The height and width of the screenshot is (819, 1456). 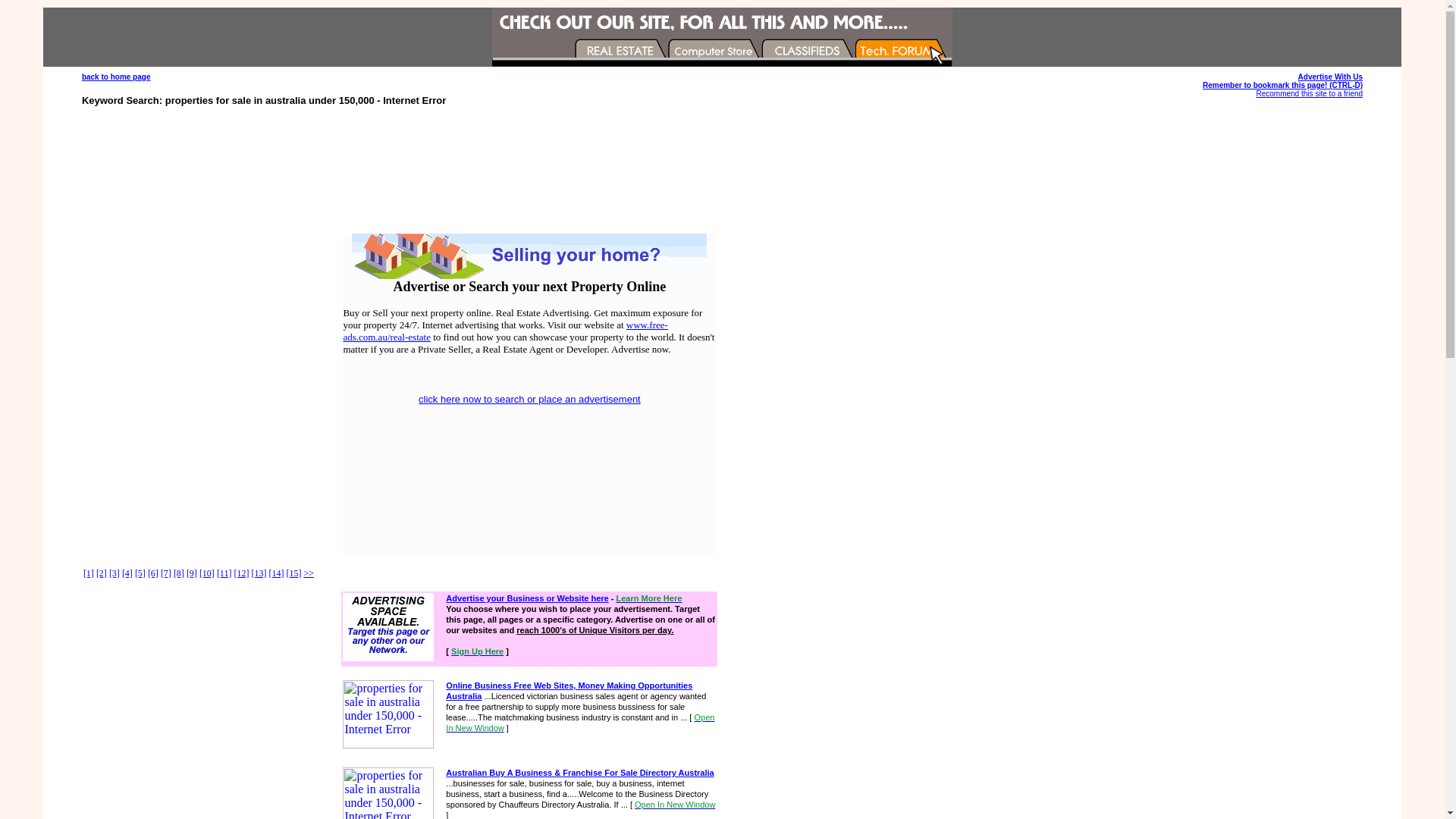 I want to click on 'click here now to search or place an advertisement', so click(x=529, y=398).